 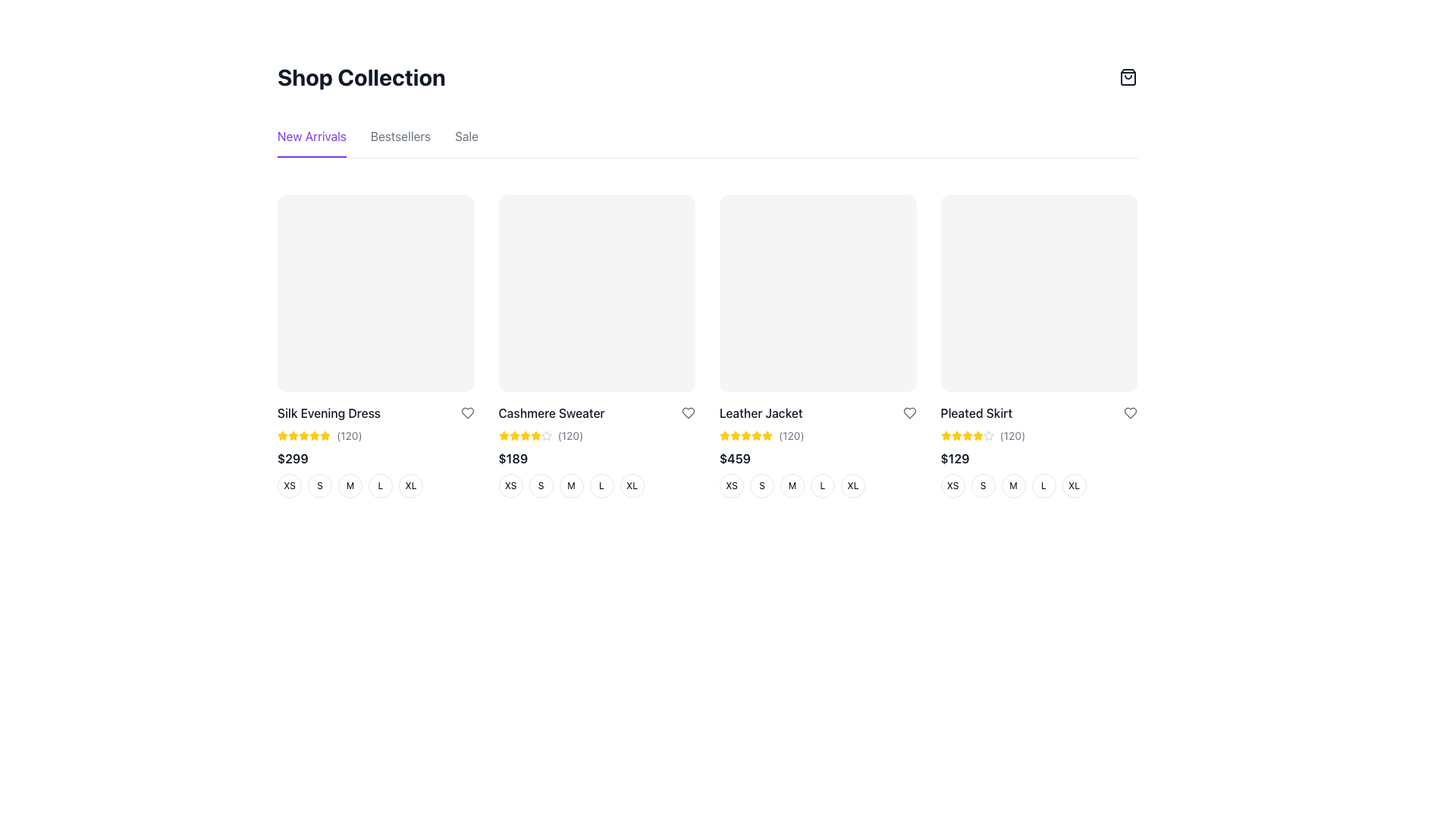 I want to click on the first star in the 5-star rating system for the product titled 'Silk Evening Dress', so click(x=283, y=435).